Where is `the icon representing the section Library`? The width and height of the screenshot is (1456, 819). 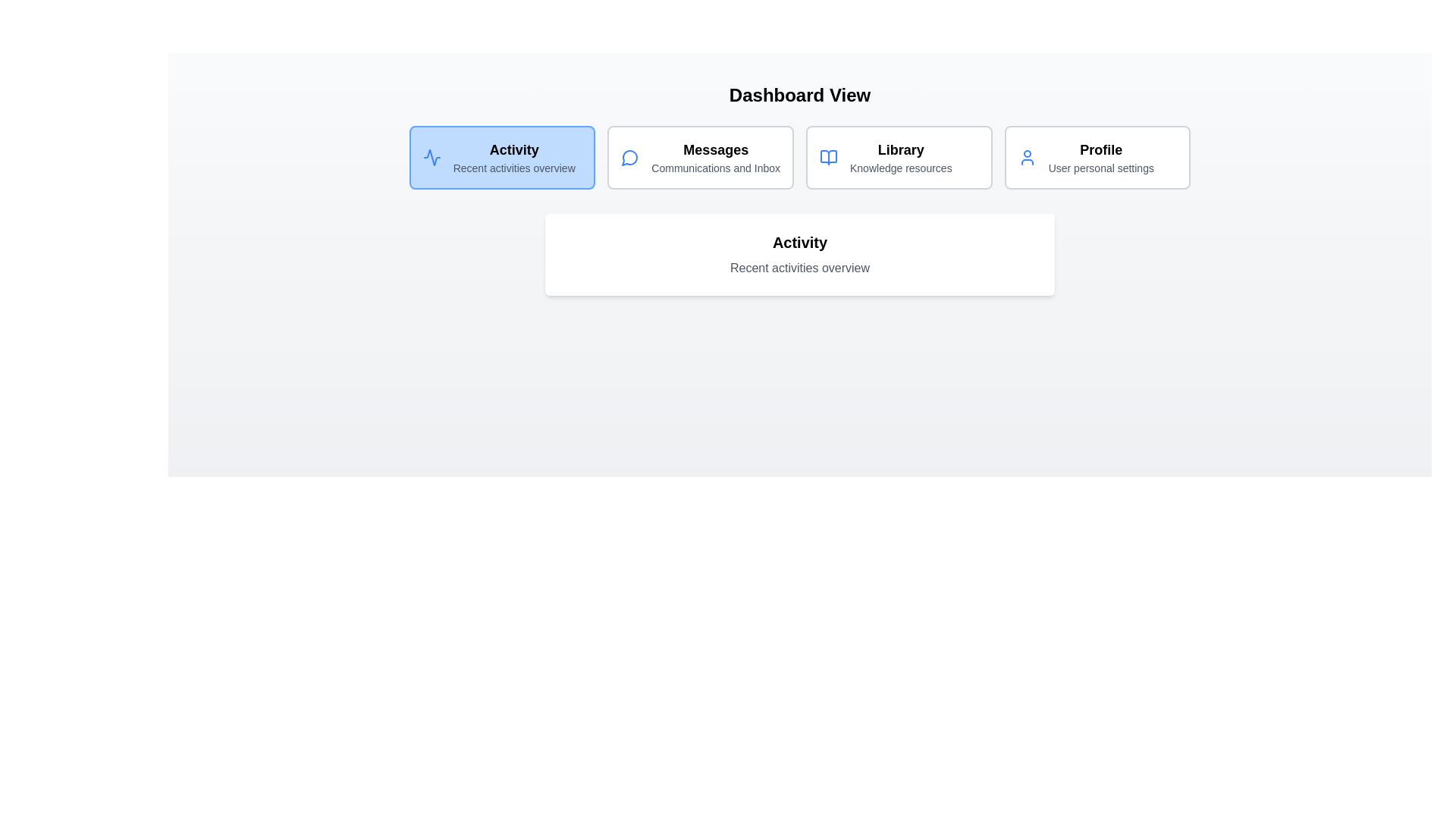
the icon representing the section Library is located at coordinates (828, 158).